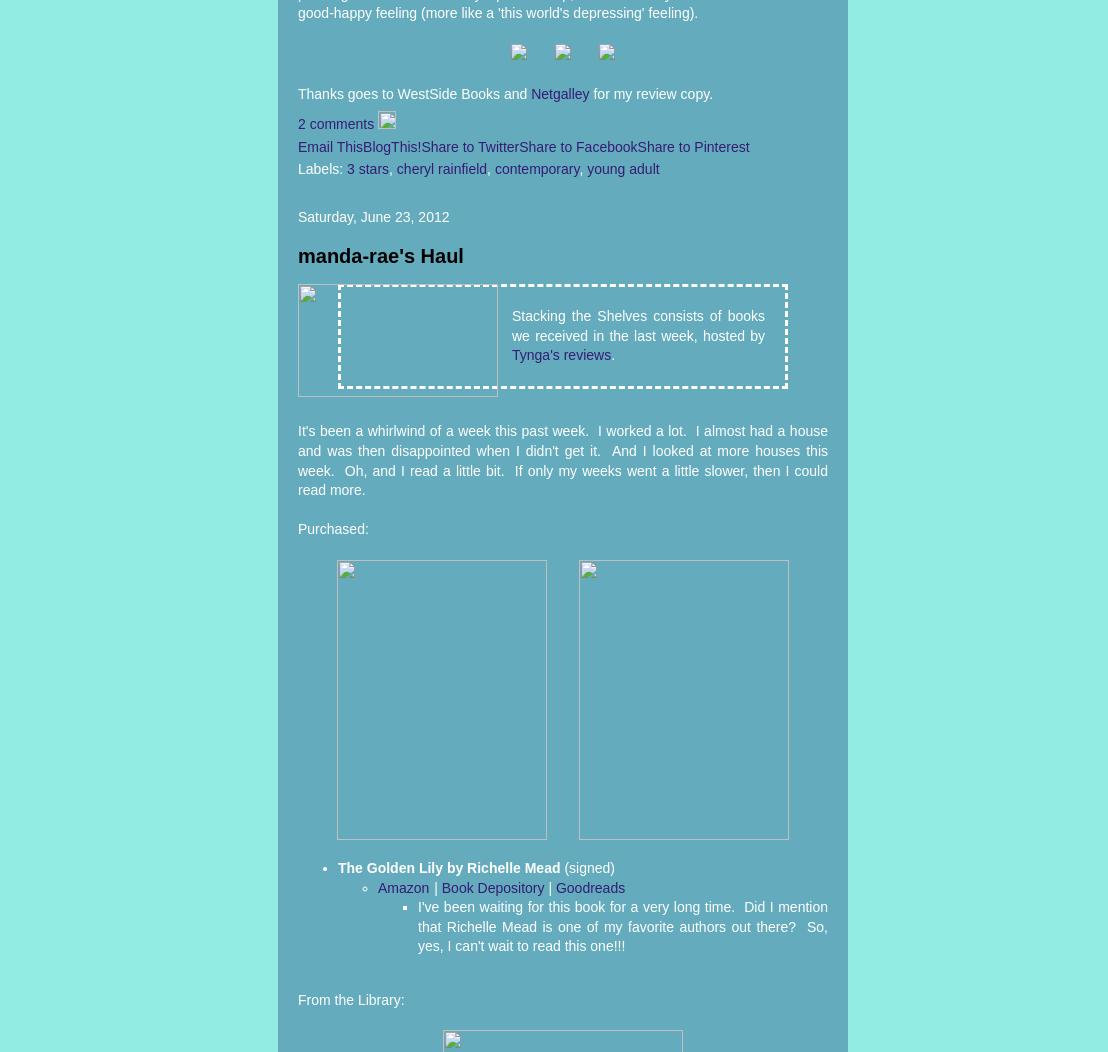 This screenshot has height=1052, width=1108. What do you see at coordinates (562, 460) in the screenshot?
I see `'It's been a whirlwind of a week this past week.  I worked a lot.  I almost had a house and was then disappointed when I didn't get it.  And I looked at more houses this week.  Oh, and I read a little bit.  If only my weeks went a little slower, then I could read more.'` at bounding box center [562, 460].